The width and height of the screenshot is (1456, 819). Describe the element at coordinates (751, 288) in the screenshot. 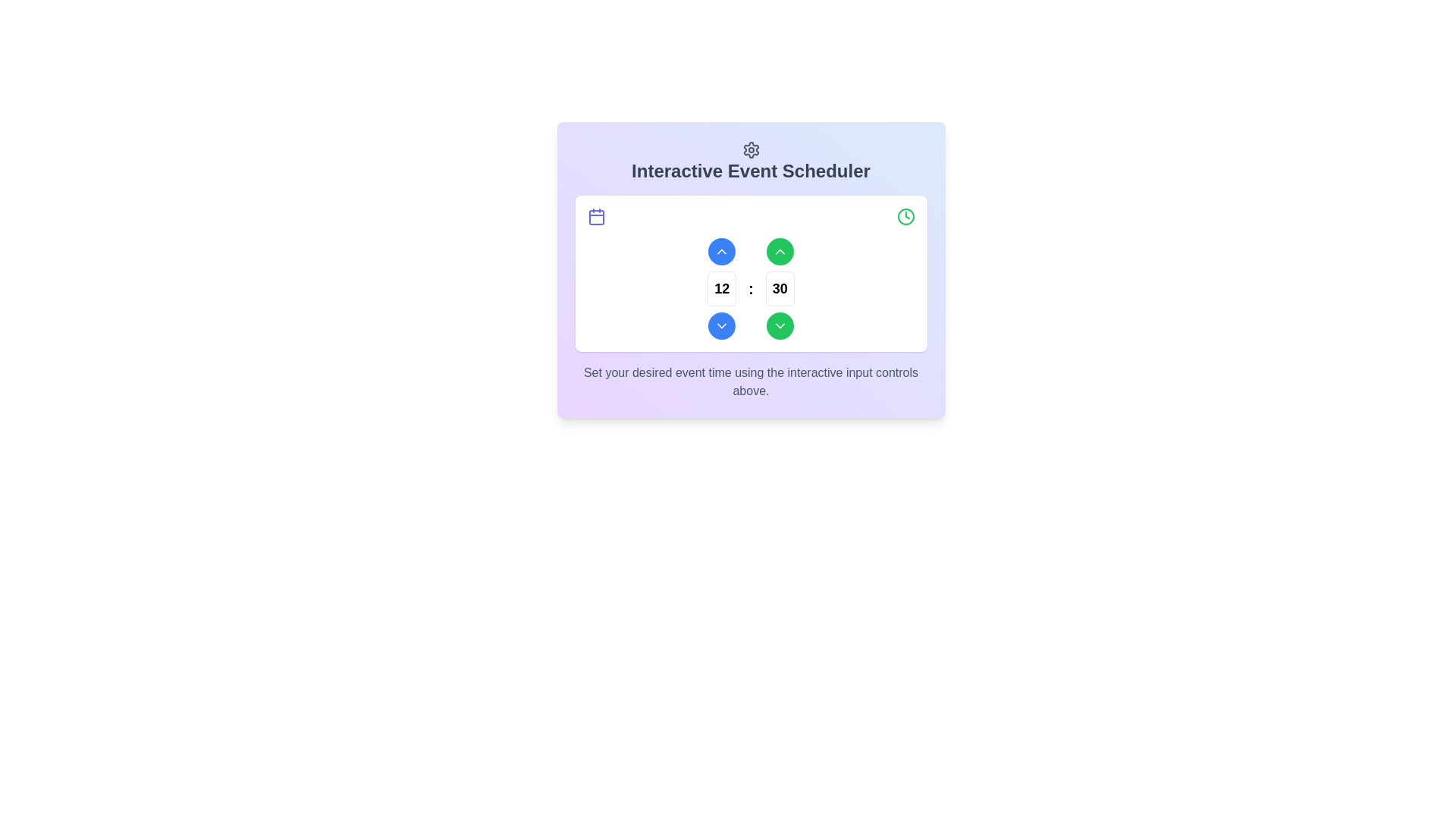

I see `the static text element that visually separates the hour and minute selectors in the time-setting interface, located in the middle of the panel` at that location.